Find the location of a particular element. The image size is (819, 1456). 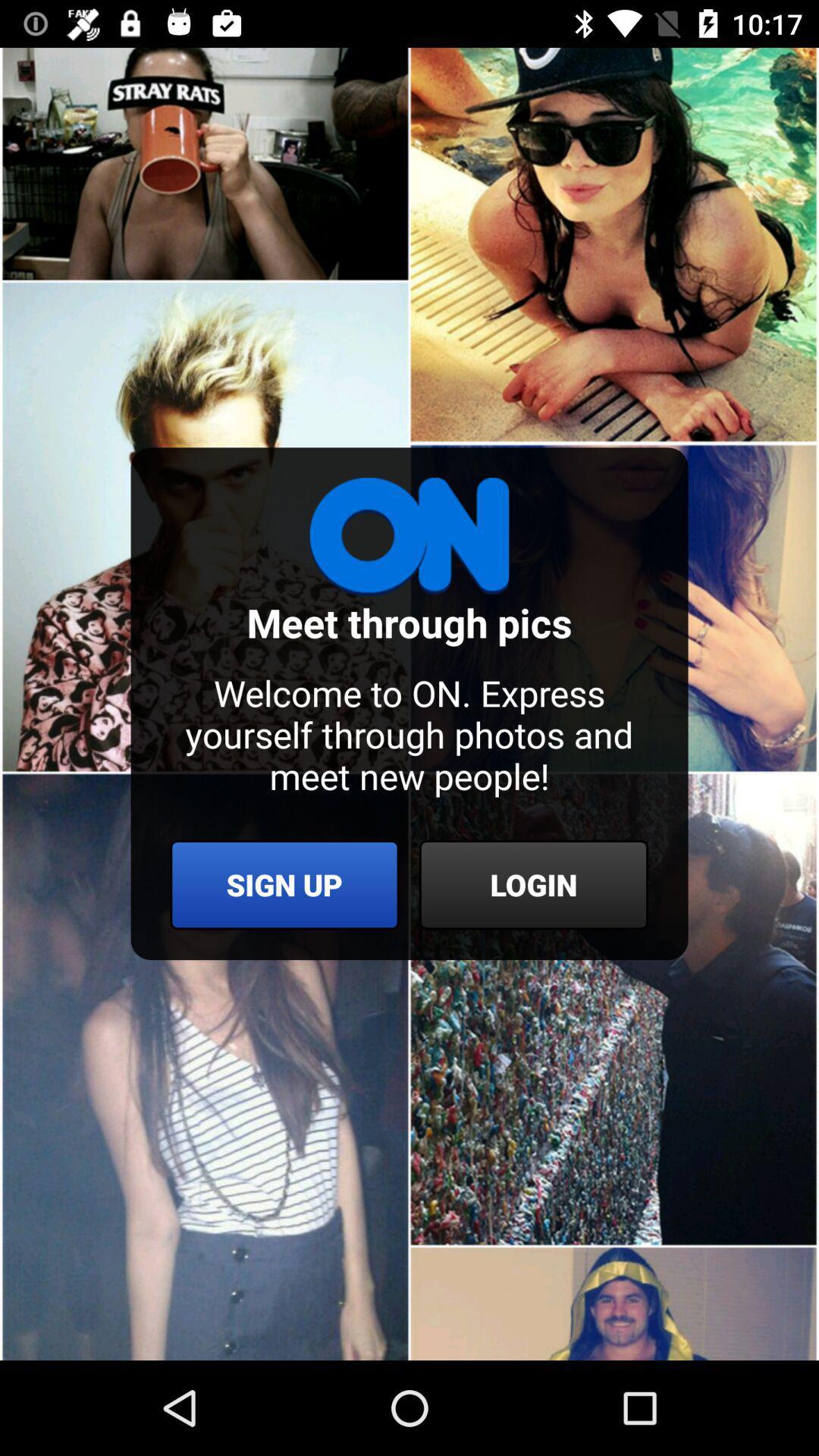

the login item is located at coordinates (532, 884).